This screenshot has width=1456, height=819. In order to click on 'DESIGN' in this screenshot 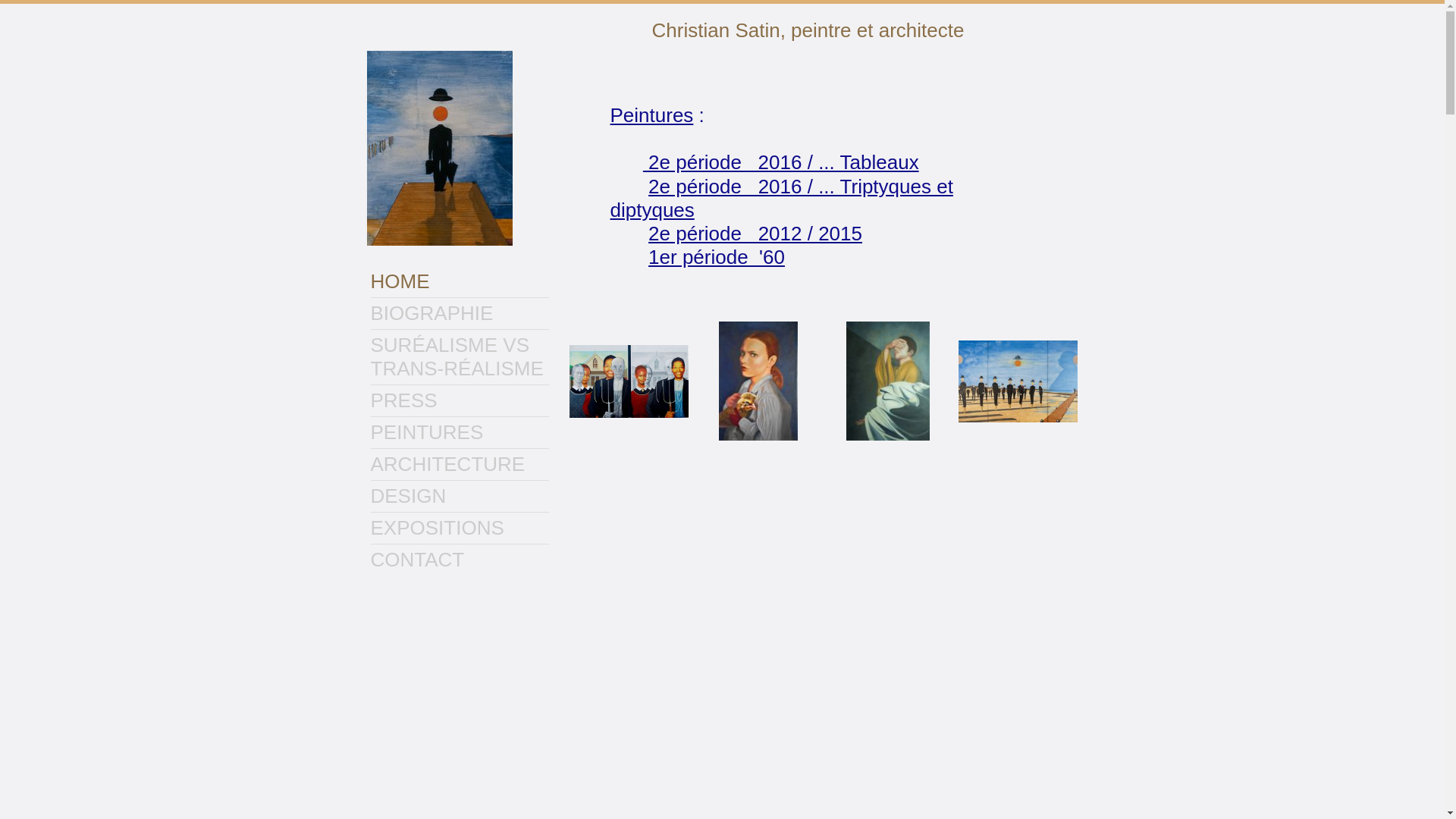, I will do `click(370, 496)`.